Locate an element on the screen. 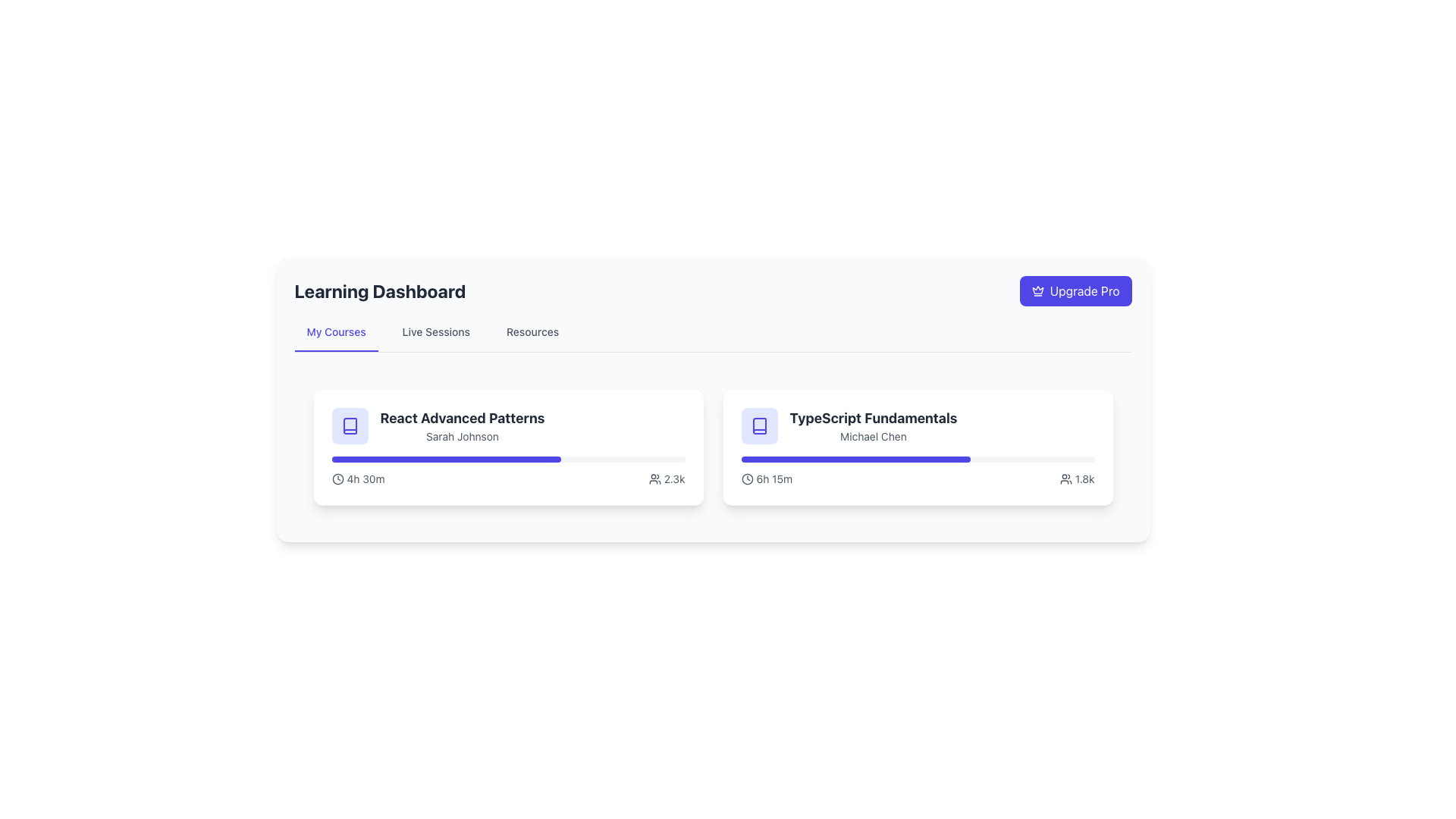 The height and width of the screenshot is (819, 1456). the icon depicting two user figures, which is located next to the '1.8k' text within the 'TypeScript Fundamentals' card is located at coordinates (1065, 479).